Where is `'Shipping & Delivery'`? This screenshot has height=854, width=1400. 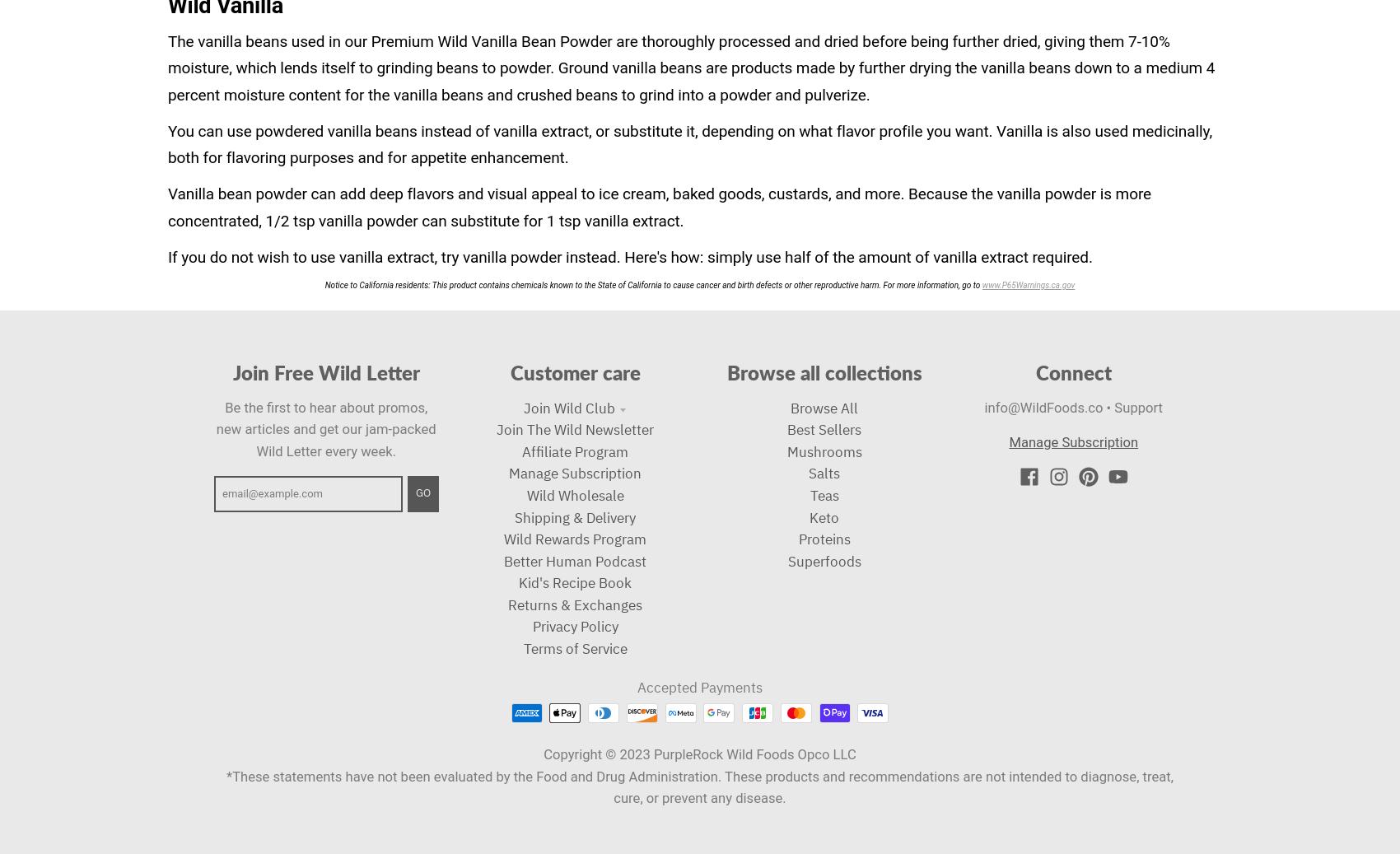 'Shipping & Delivery' is located at coordinates (575, 517).